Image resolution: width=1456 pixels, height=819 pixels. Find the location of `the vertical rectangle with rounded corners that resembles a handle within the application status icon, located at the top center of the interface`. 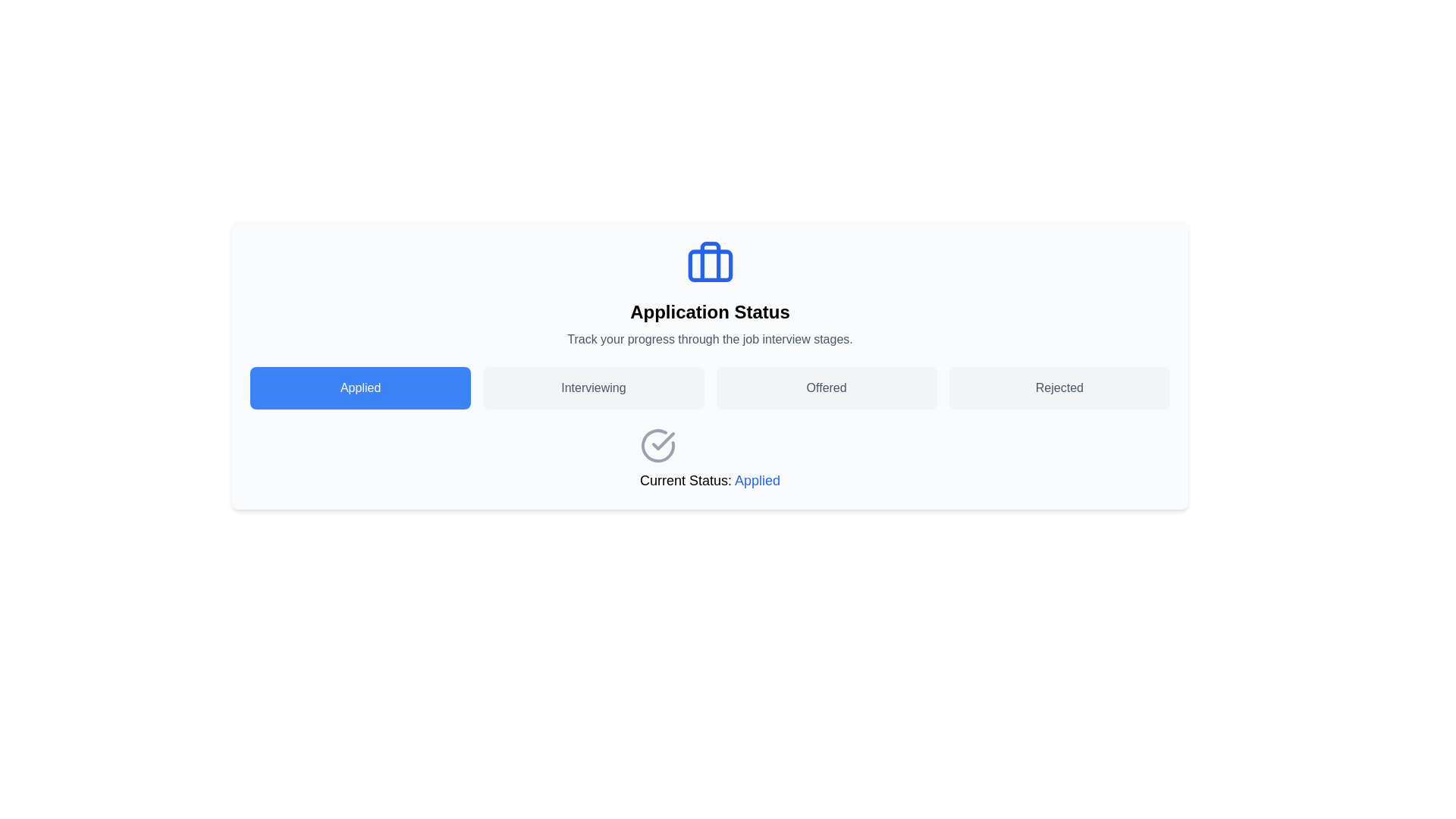

the vertical rectangle with rounded corners that resembles a handle within the application status icon, located at the top center of the interface is located at coordinates (709, 261).